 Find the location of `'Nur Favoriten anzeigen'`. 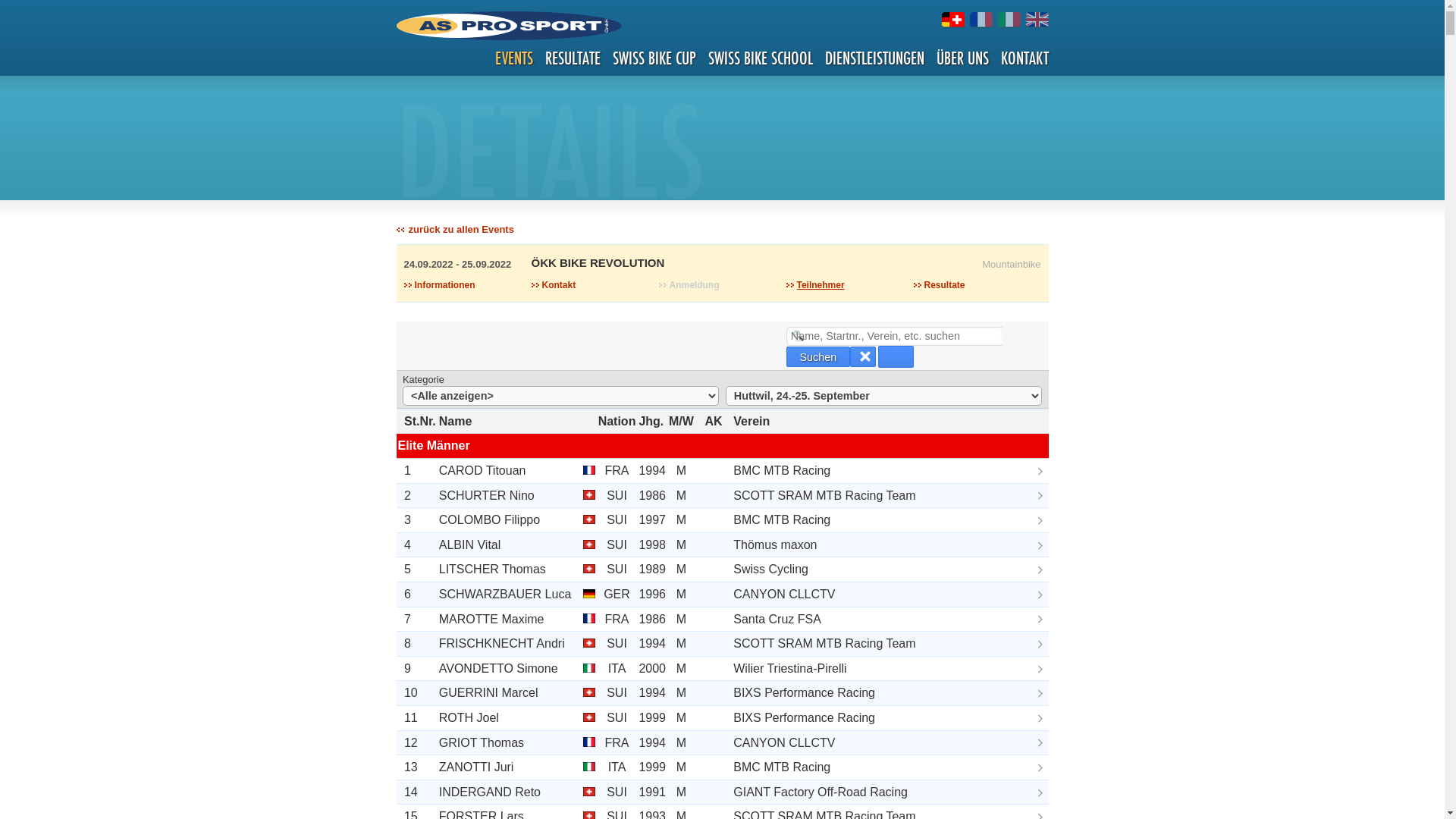

'Nur Favoriten anzeigen' is located at coordinates (896, 356).